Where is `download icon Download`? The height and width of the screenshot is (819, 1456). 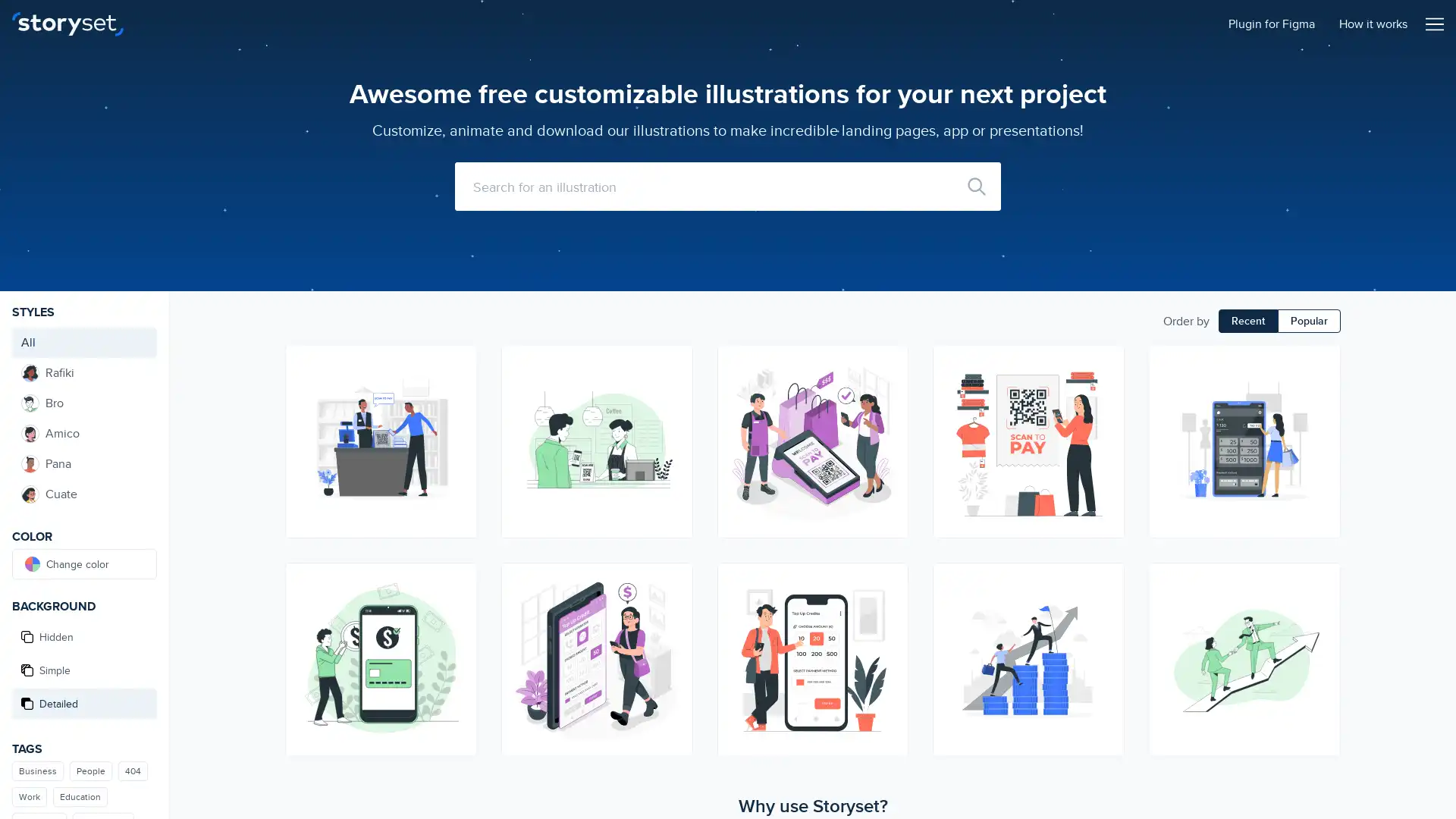
download icon Download is located at coordinates (457, 391).